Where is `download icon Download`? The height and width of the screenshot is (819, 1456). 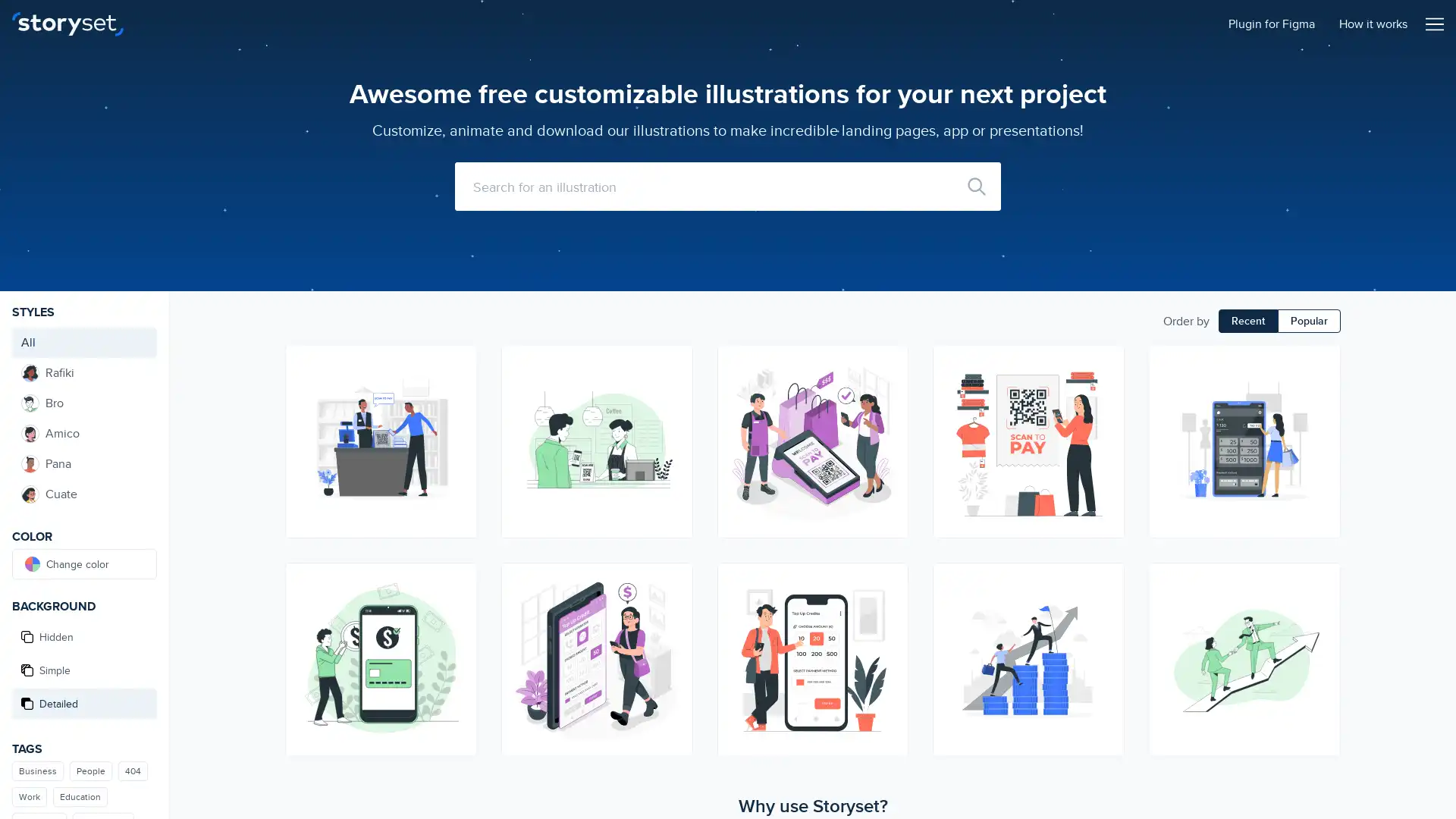
download icon Download is located at coordinates (457, 391).